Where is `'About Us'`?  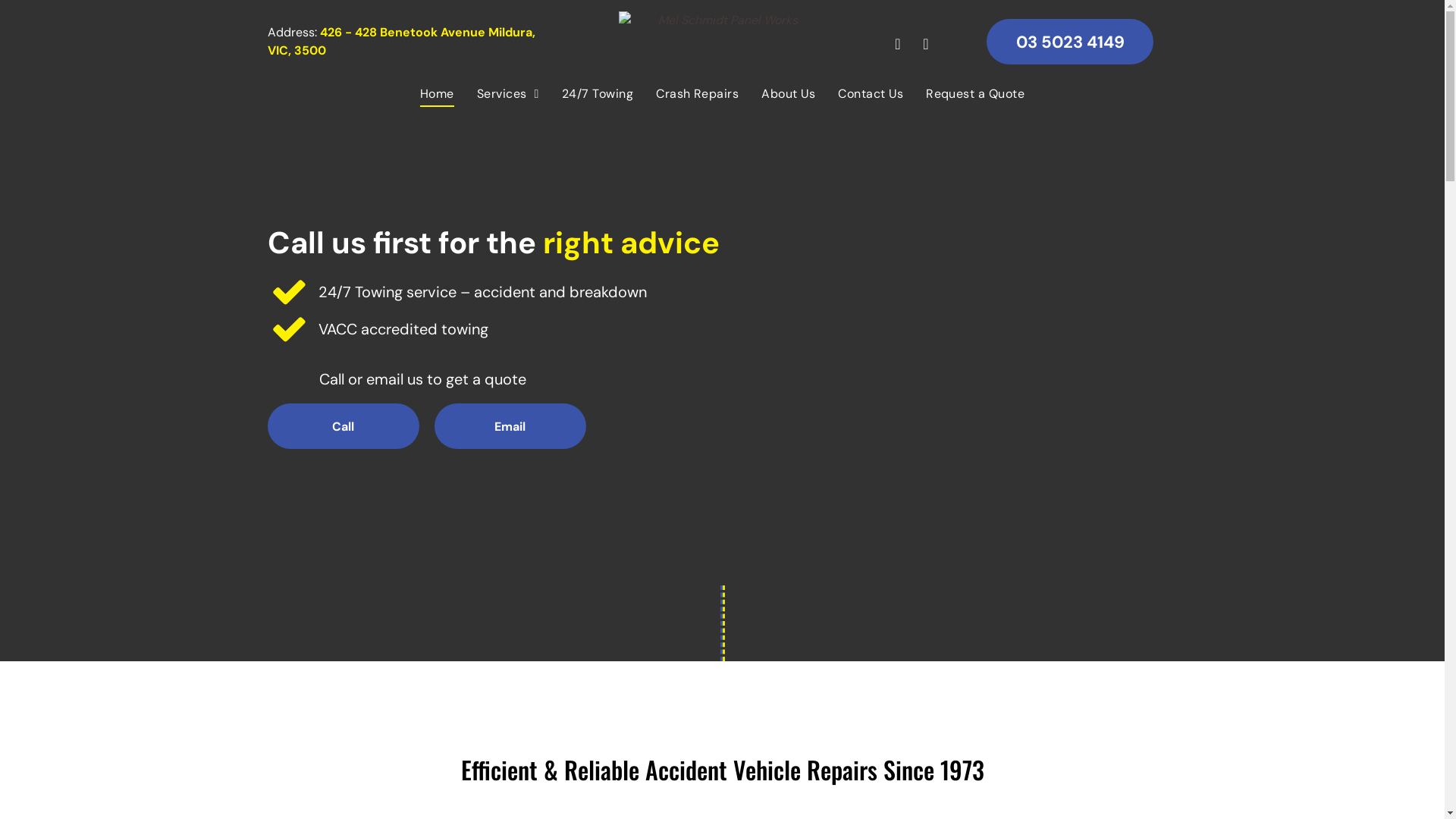 'About Us' is located at coordinates (788, 93).